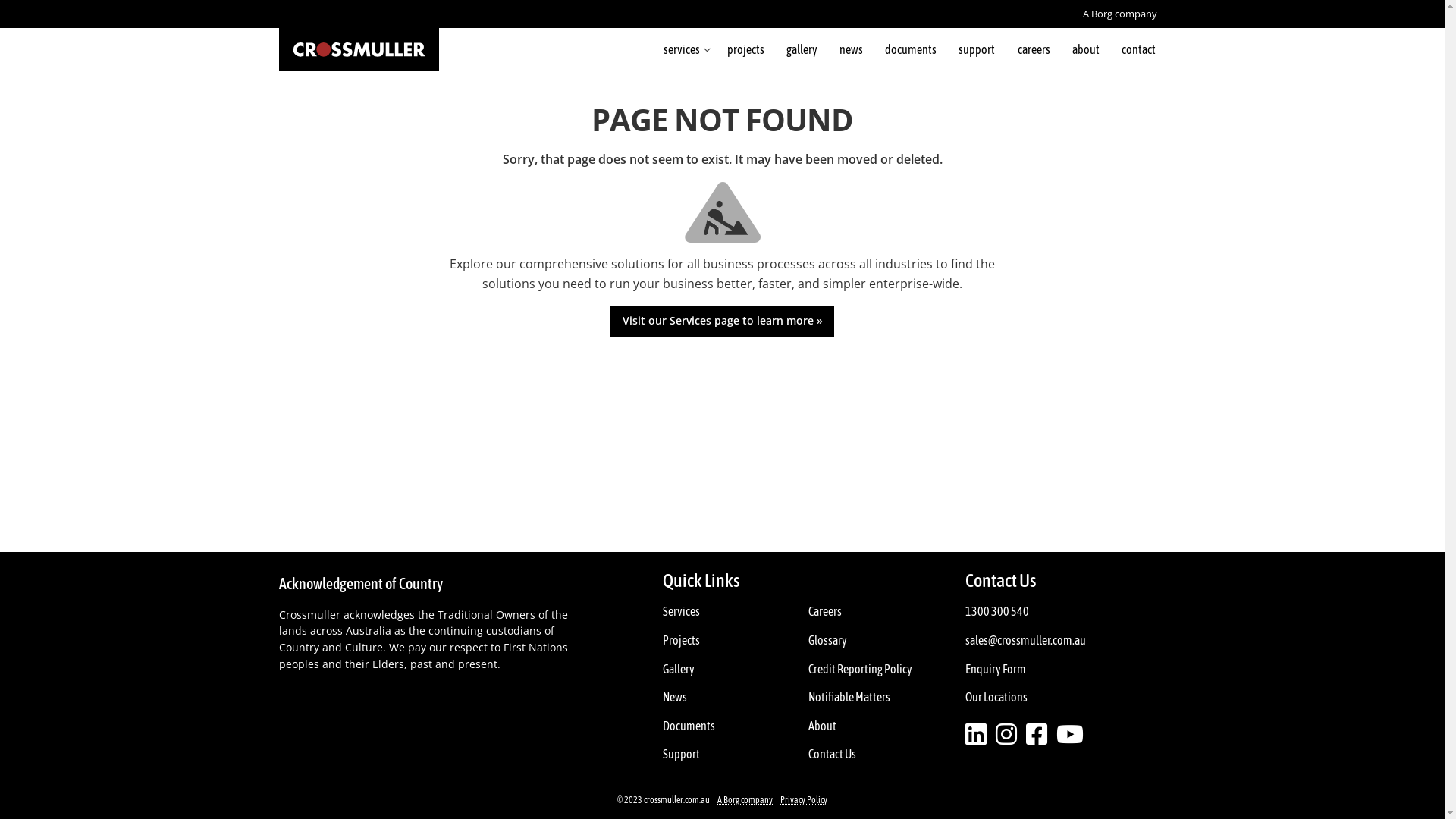 The image size is (1456, 819). What do you see at coordinates (652, 49) in the screenshot?
I see `'services'` at bounding box center [652, 49].